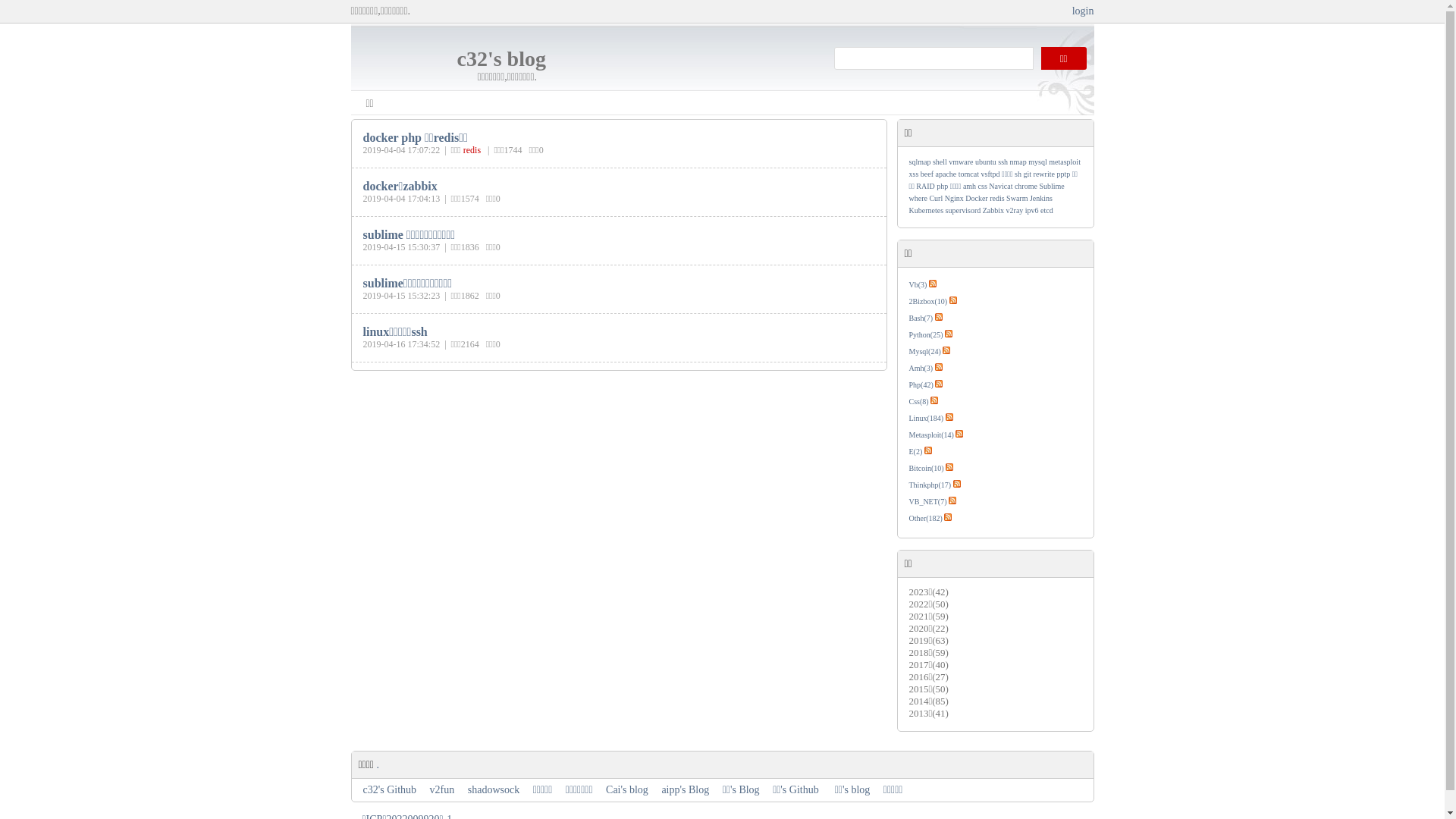 This screenshot has height=819, width=1456. What do you see at coordinates (1031, 210) in the screenshot?
I see `'ipv6'` at bounding box center [1031, 210].